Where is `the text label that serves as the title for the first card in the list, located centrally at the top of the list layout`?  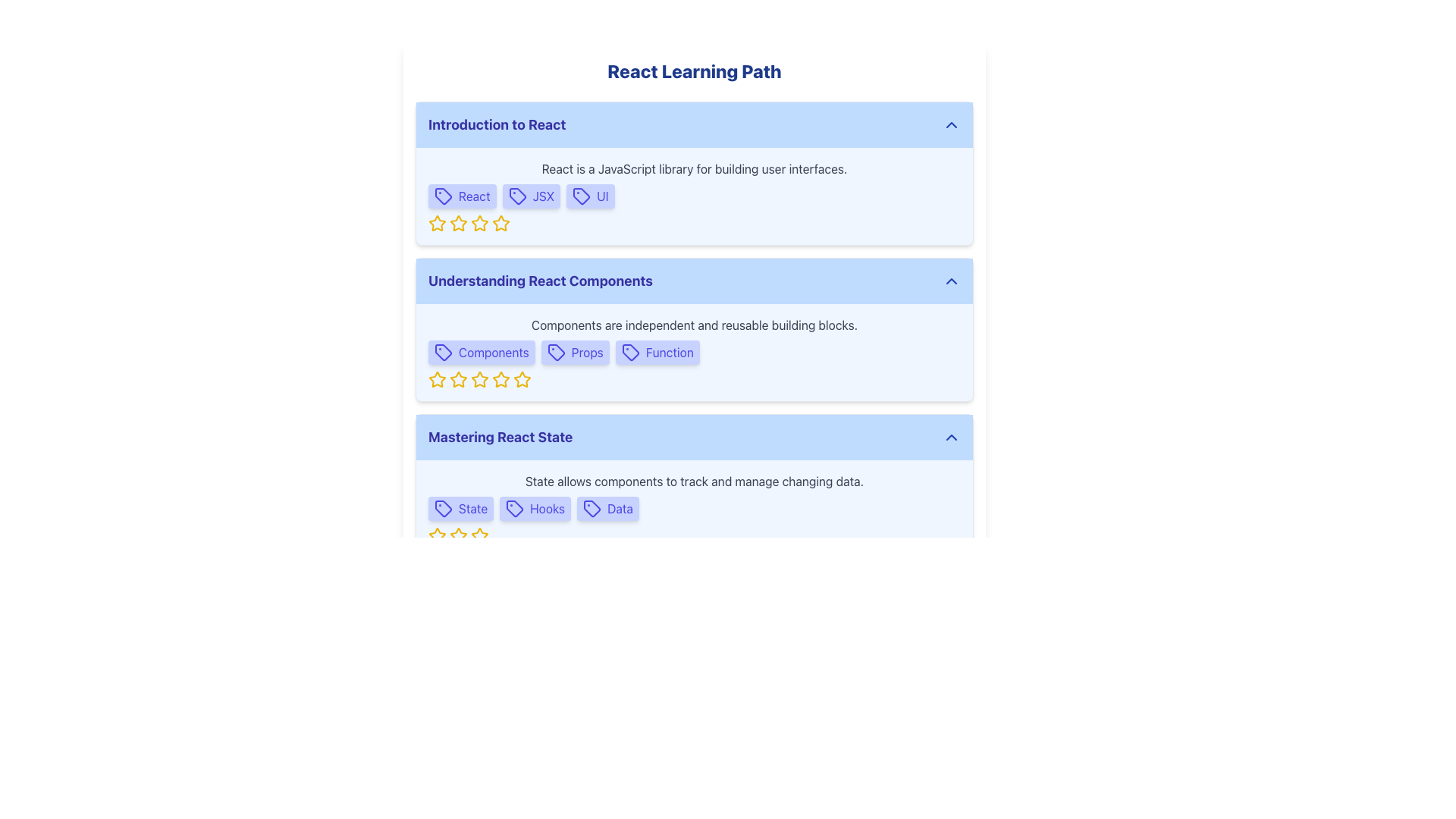
the text label that serves as the title for the first card in the list, located centrally at the top of the list layout is located at coordinates (497, 124).